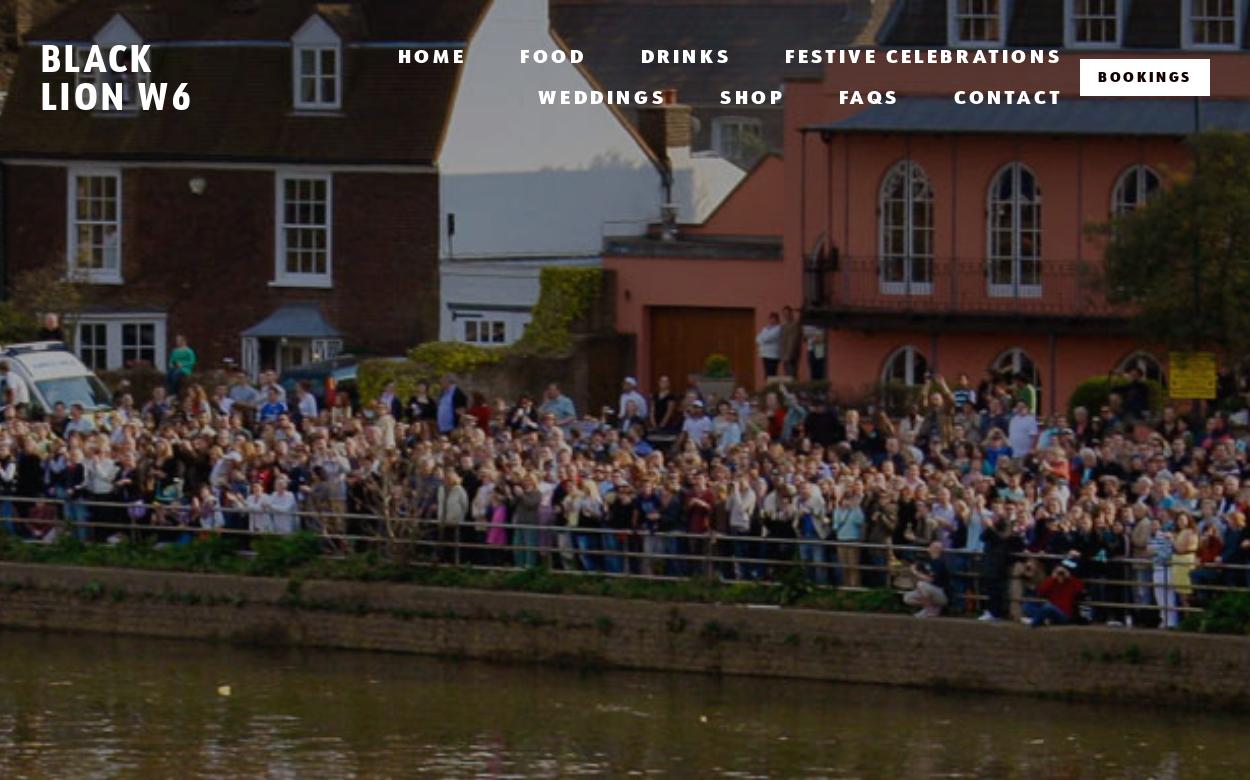 The image size is (1250, 780). What do you see at coordinates (923, 57) in the screenshot?
I see `'Festive Celebrations'` at bounding box center [923, 57].